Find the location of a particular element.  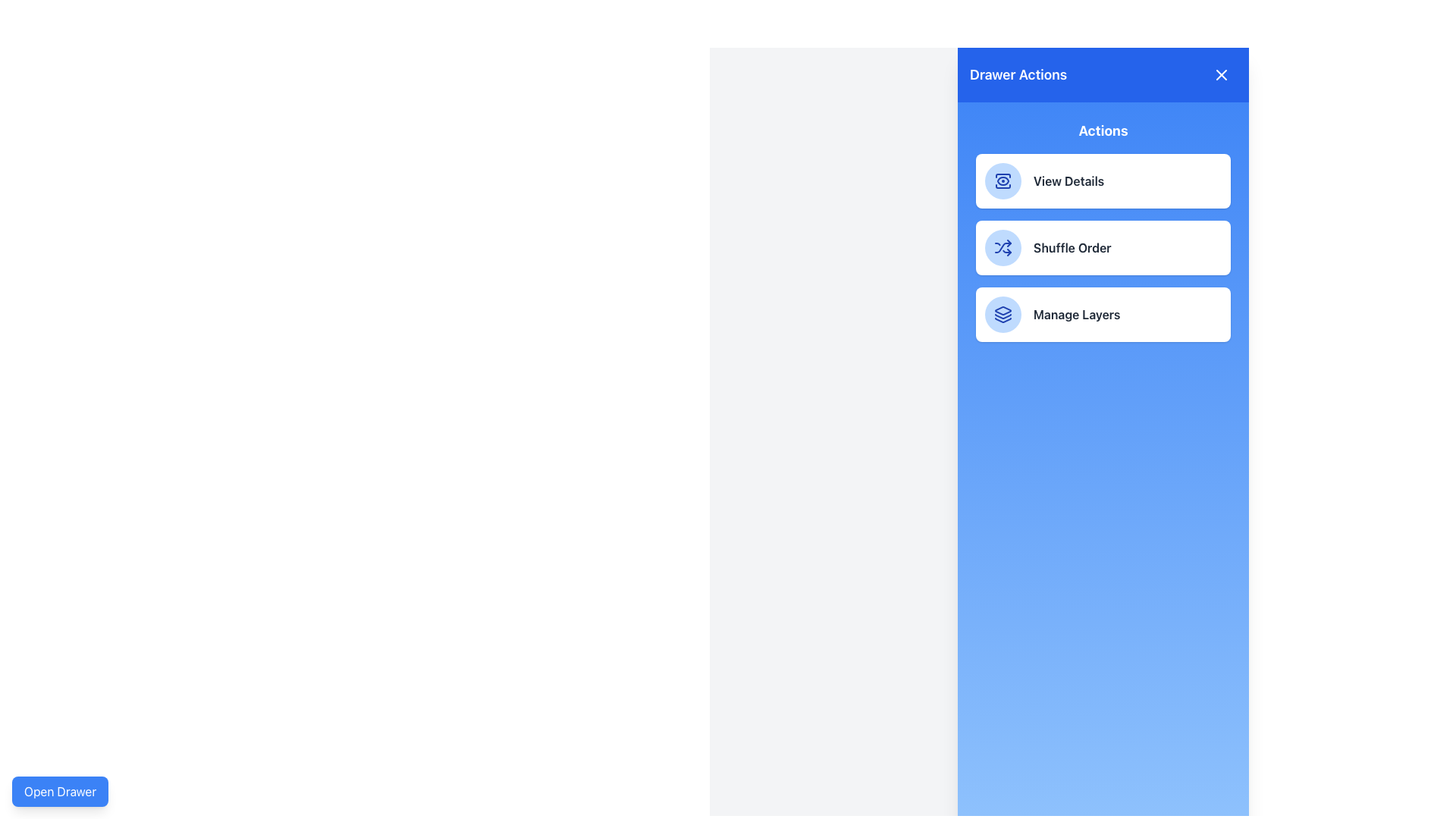

the text label displaying 'Actions', which is styled with white text on a blue background and located beneath the header 'Drawer Actions' in the side panel is located at coordinates (1103, 130).